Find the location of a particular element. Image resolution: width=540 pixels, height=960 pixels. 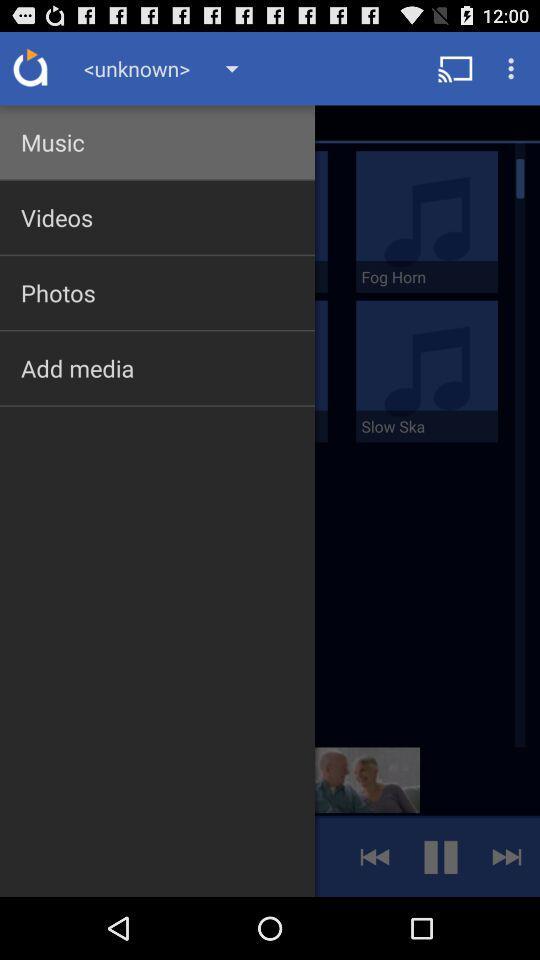

the av_rewind icon is located at coordinates (374, 917).